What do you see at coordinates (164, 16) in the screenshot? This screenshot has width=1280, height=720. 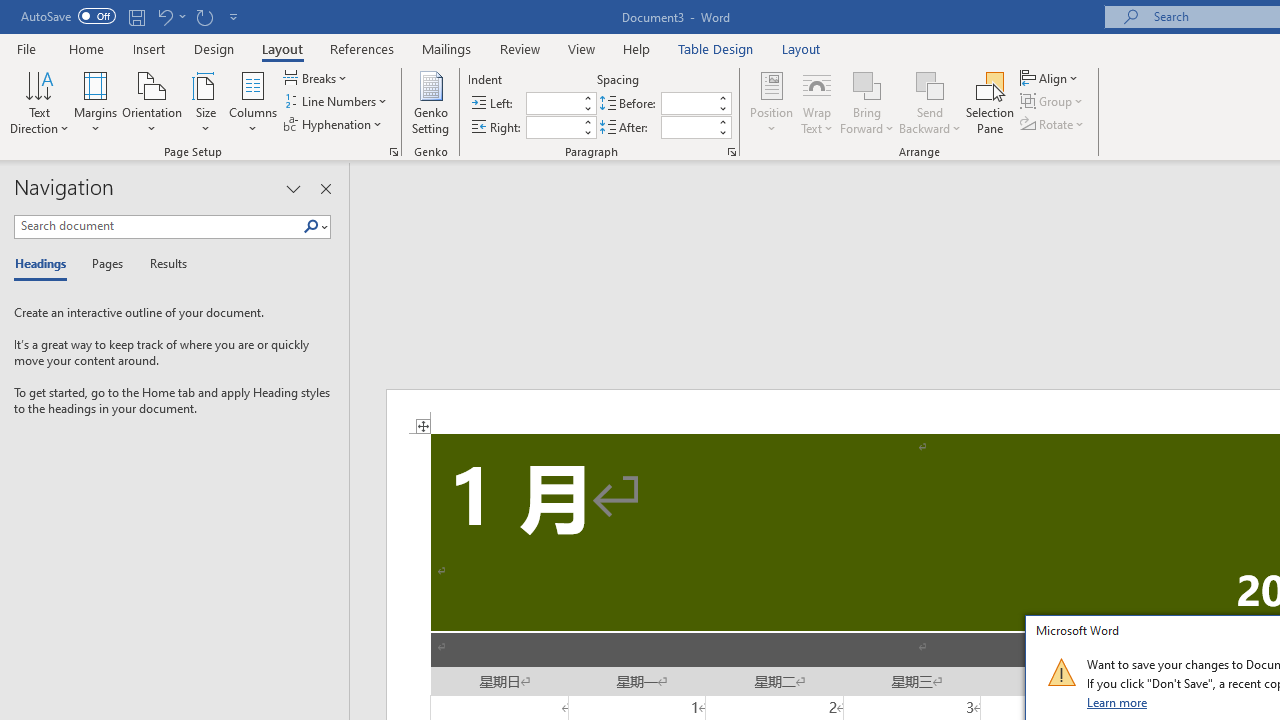 I see `'Undo Insert Row Below'` at bounding box center [164, 16].